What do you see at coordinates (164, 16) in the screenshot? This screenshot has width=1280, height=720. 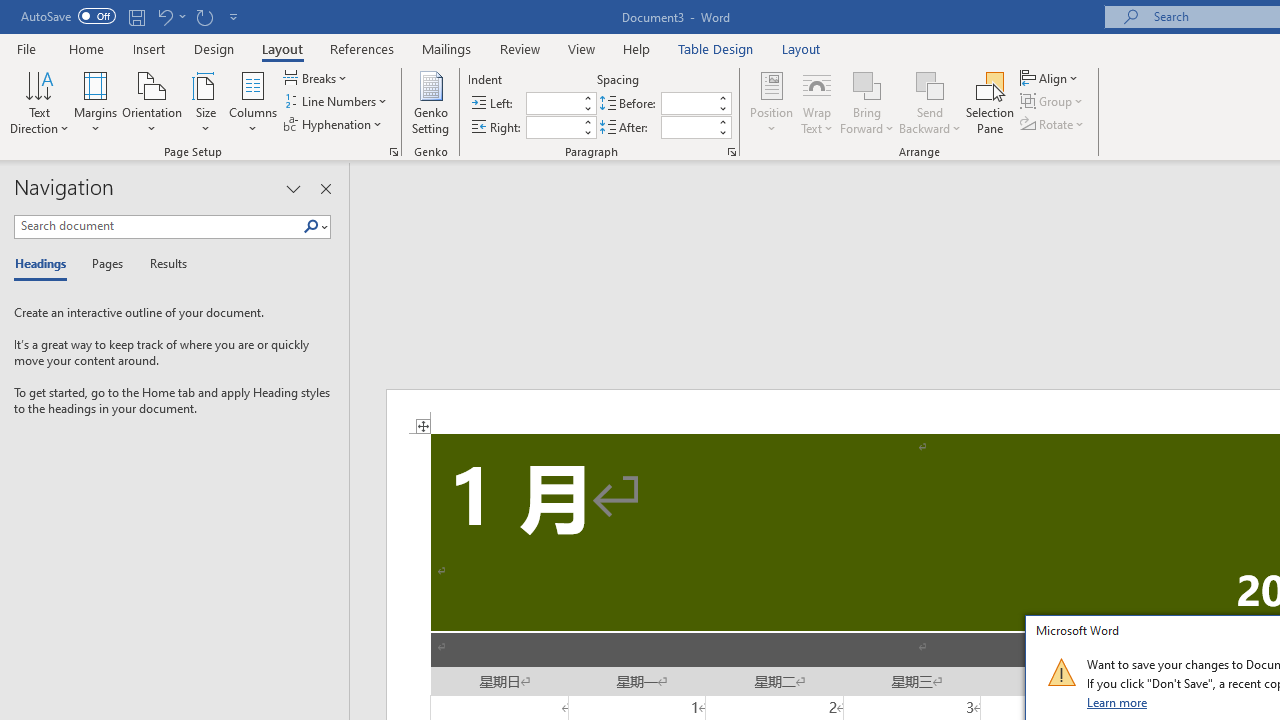 I see `'Undo Insert Row Below'` at bounding box center [164, 16].